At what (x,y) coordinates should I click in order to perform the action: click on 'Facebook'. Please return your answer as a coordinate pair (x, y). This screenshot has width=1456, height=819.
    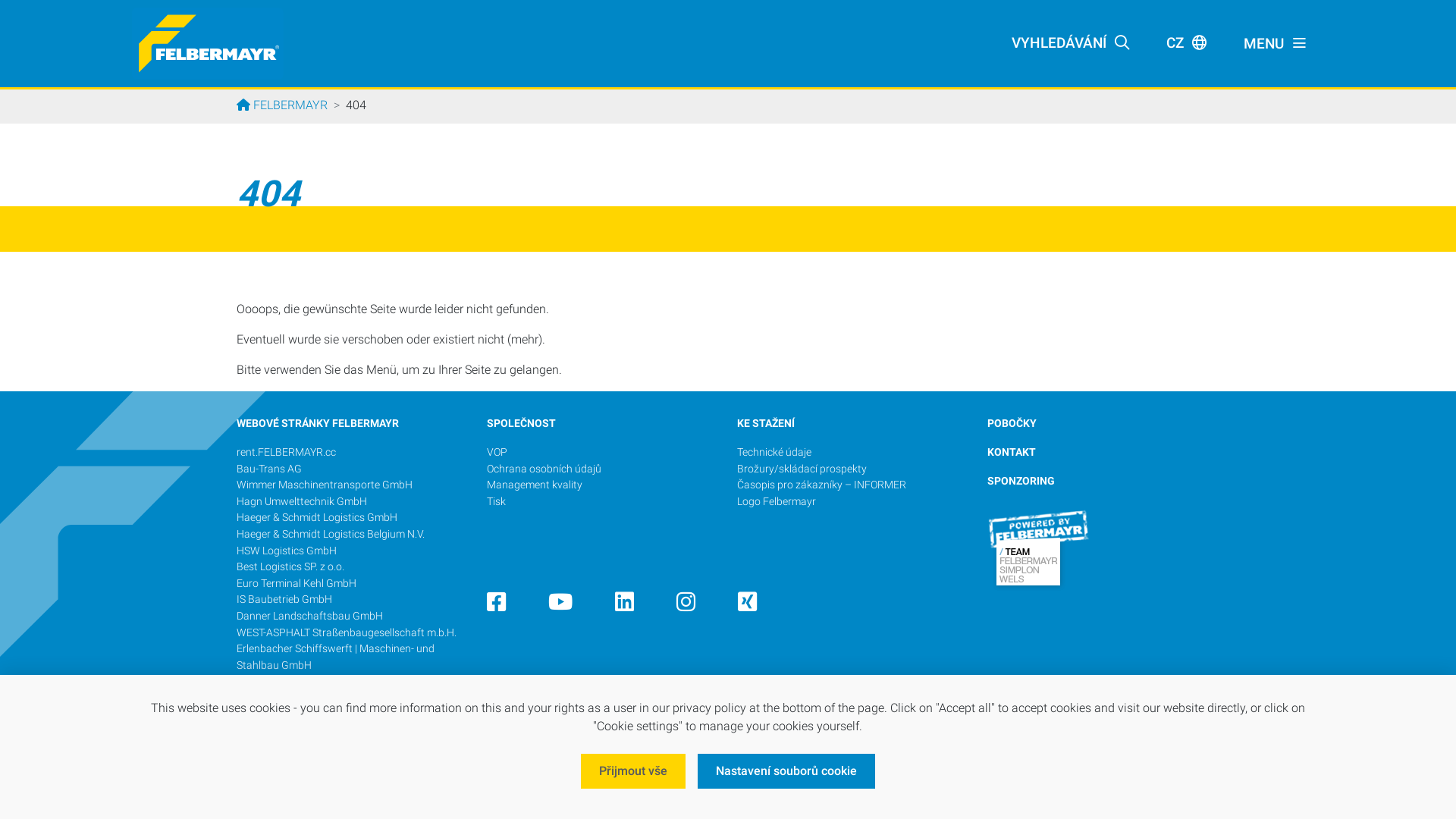
    Looking at the image, I should click on (487, 605).